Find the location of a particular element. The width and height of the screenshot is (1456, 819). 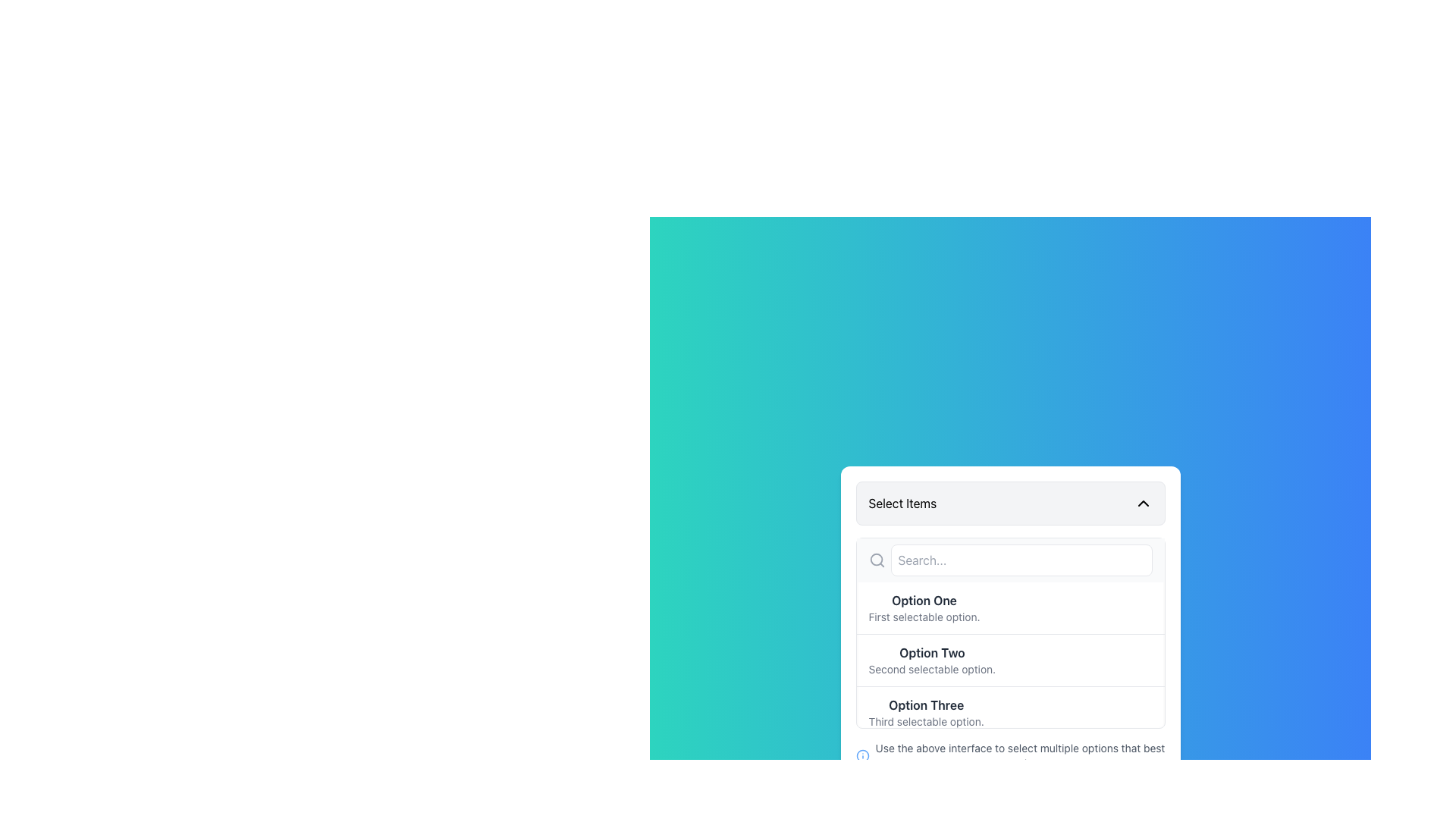

the Dropdown Activator located at the top of the white box is located at coordinates (1010, 503).